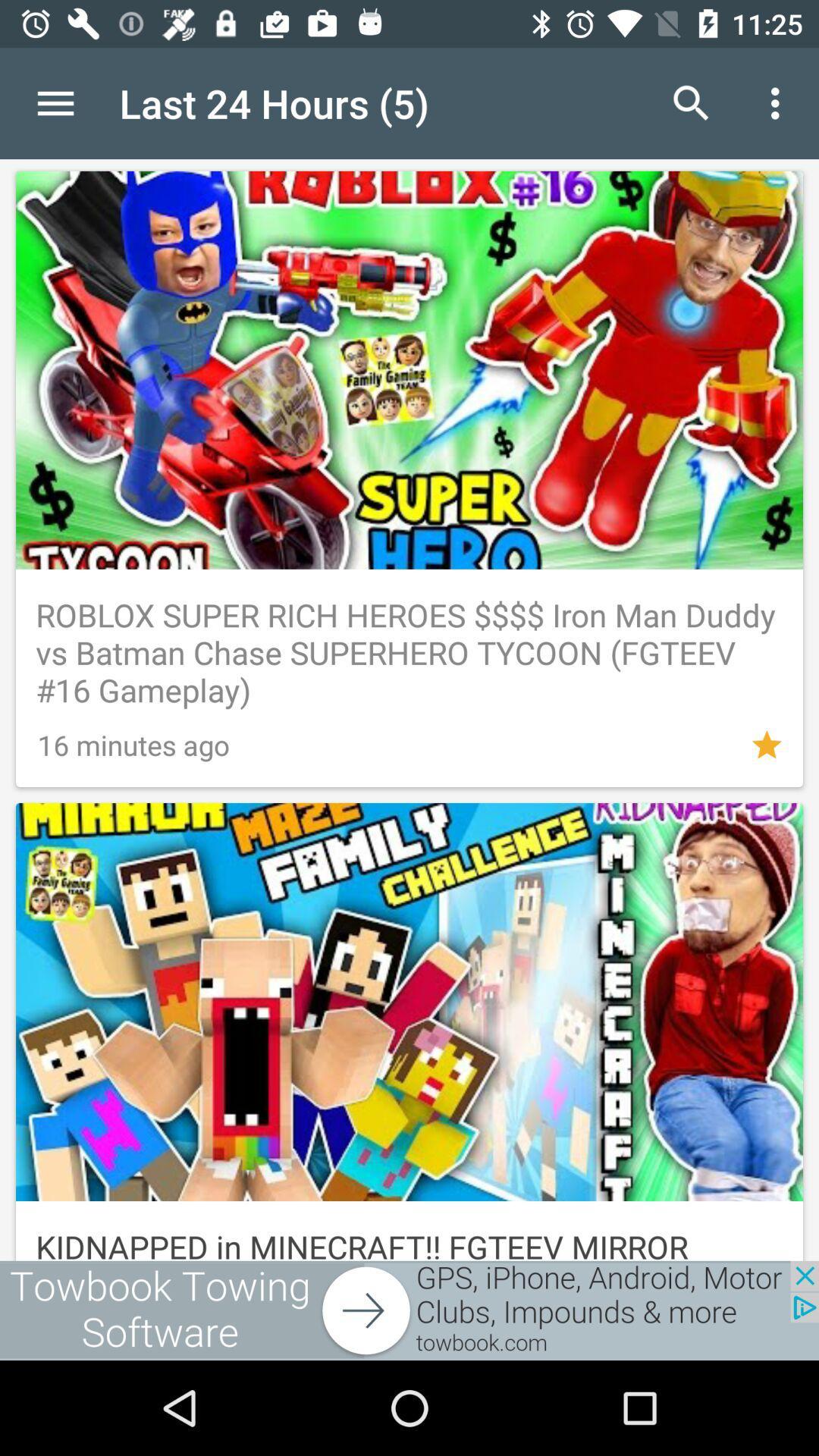 This screenshot has height=1456, width=819. What do you see at coordinates (409, 1310) in the screenshot?
I see `advertisements website` at bounding box center [409, 1310].